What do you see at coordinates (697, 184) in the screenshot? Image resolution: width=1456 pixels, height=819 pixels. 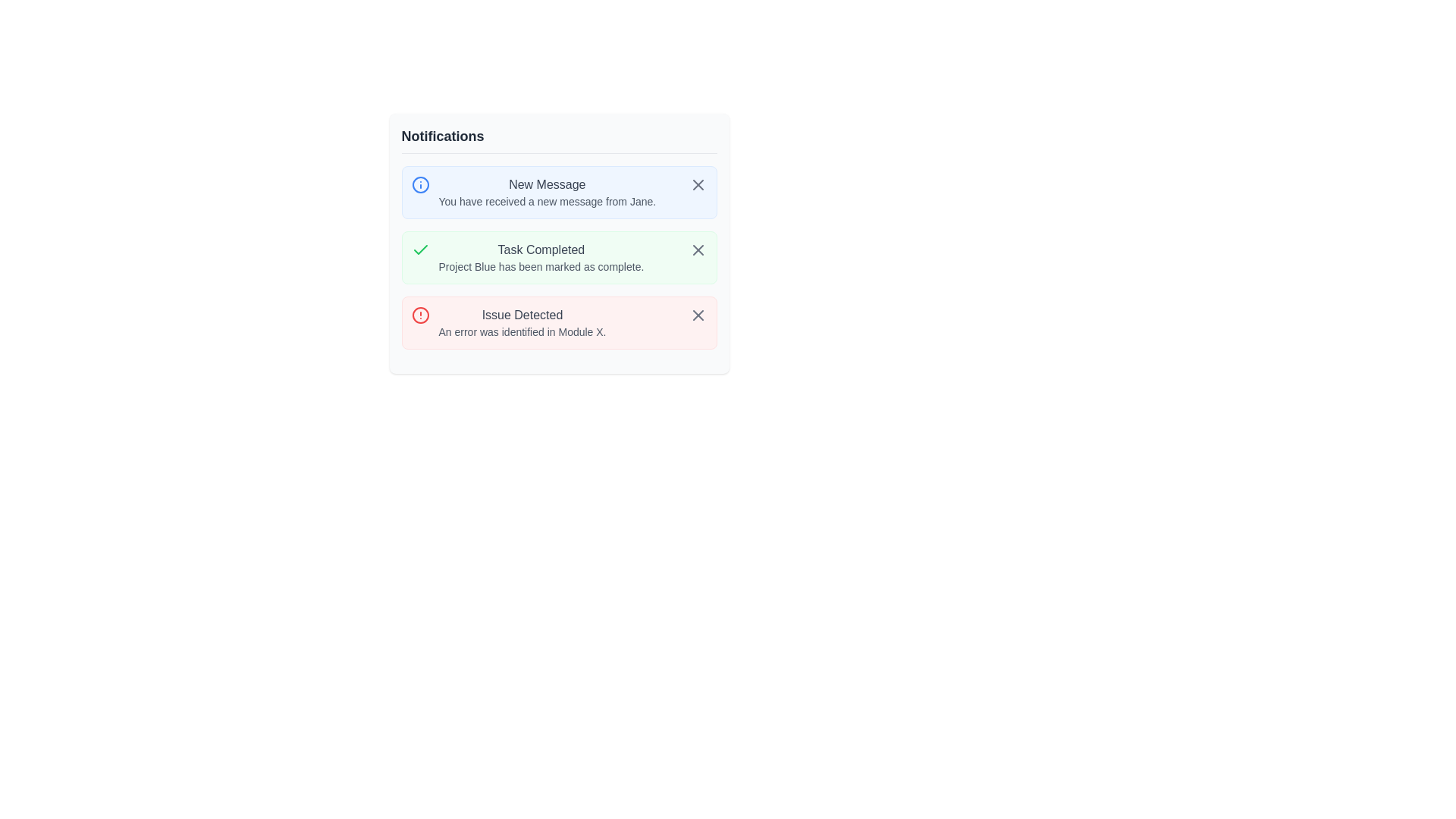 I see `the close icon (styled as an 'X') located in the top-right corner of the 'New Message' notification card` at bounding box center [697, 184].